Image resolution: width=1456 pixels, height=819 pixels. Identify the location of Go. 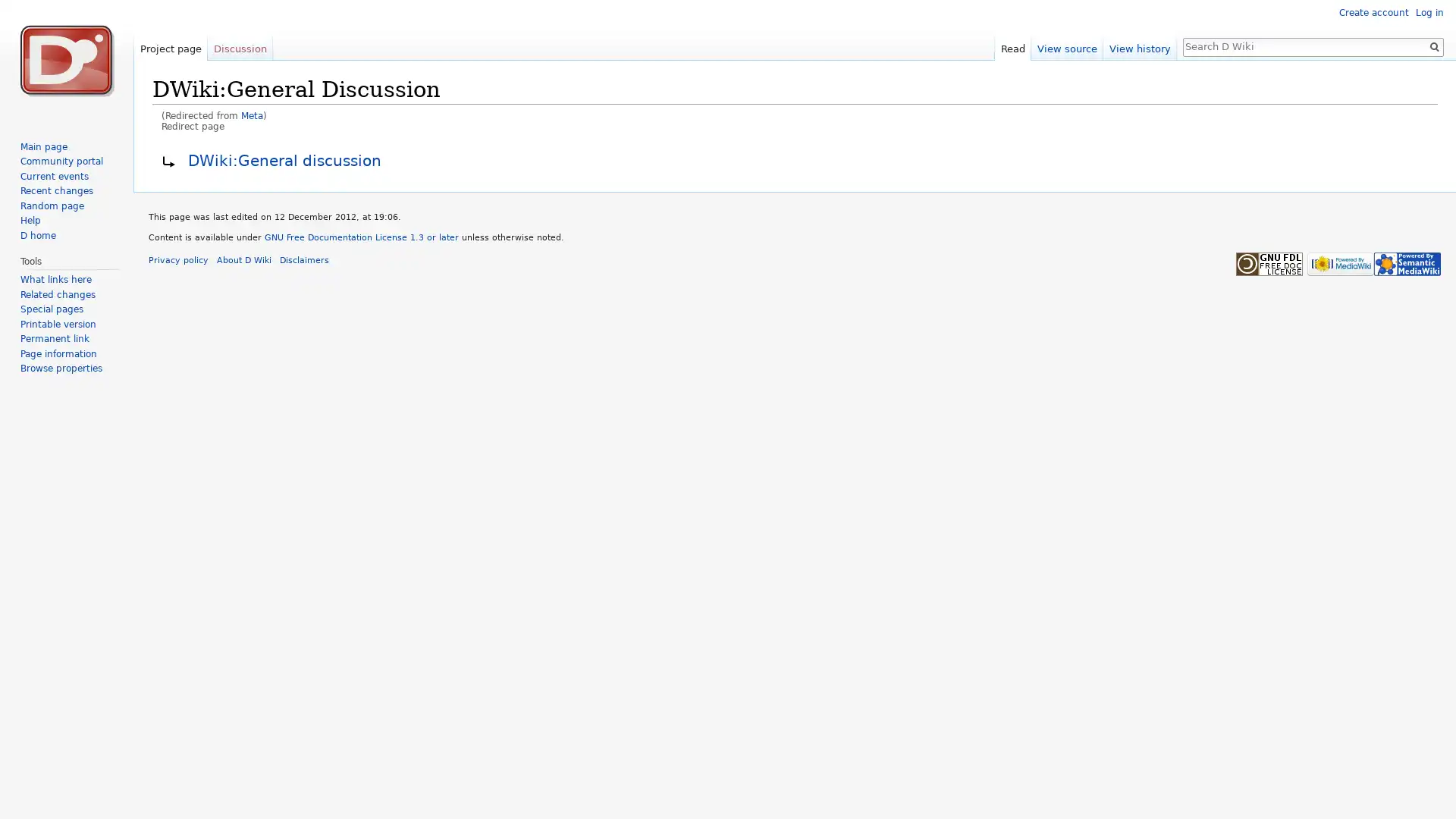
(1433, 45).